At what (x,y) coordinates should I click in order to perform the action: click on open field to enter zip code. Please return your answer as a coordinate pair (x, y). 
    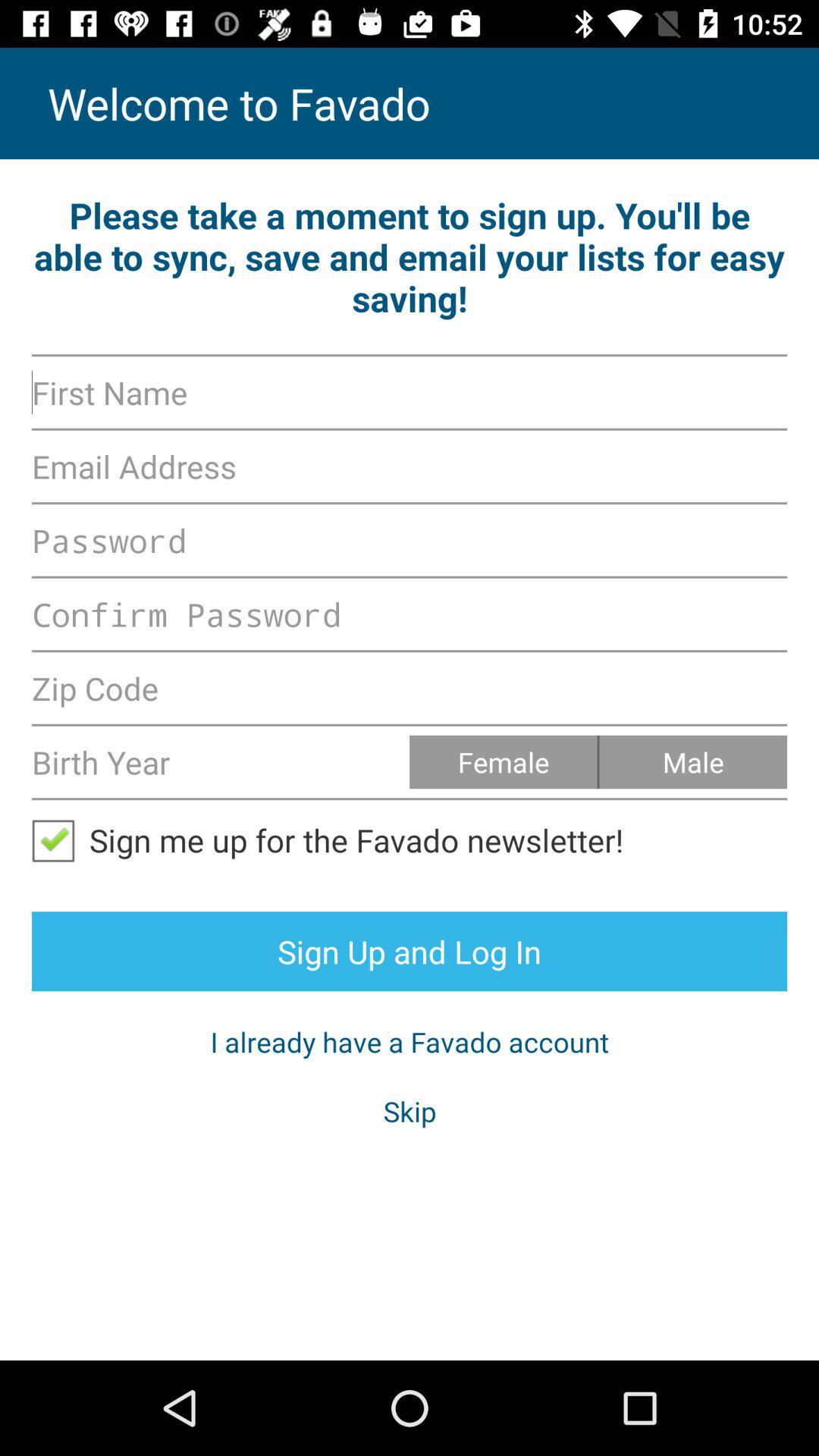
    Looking at the image, I should click on (409, 687).